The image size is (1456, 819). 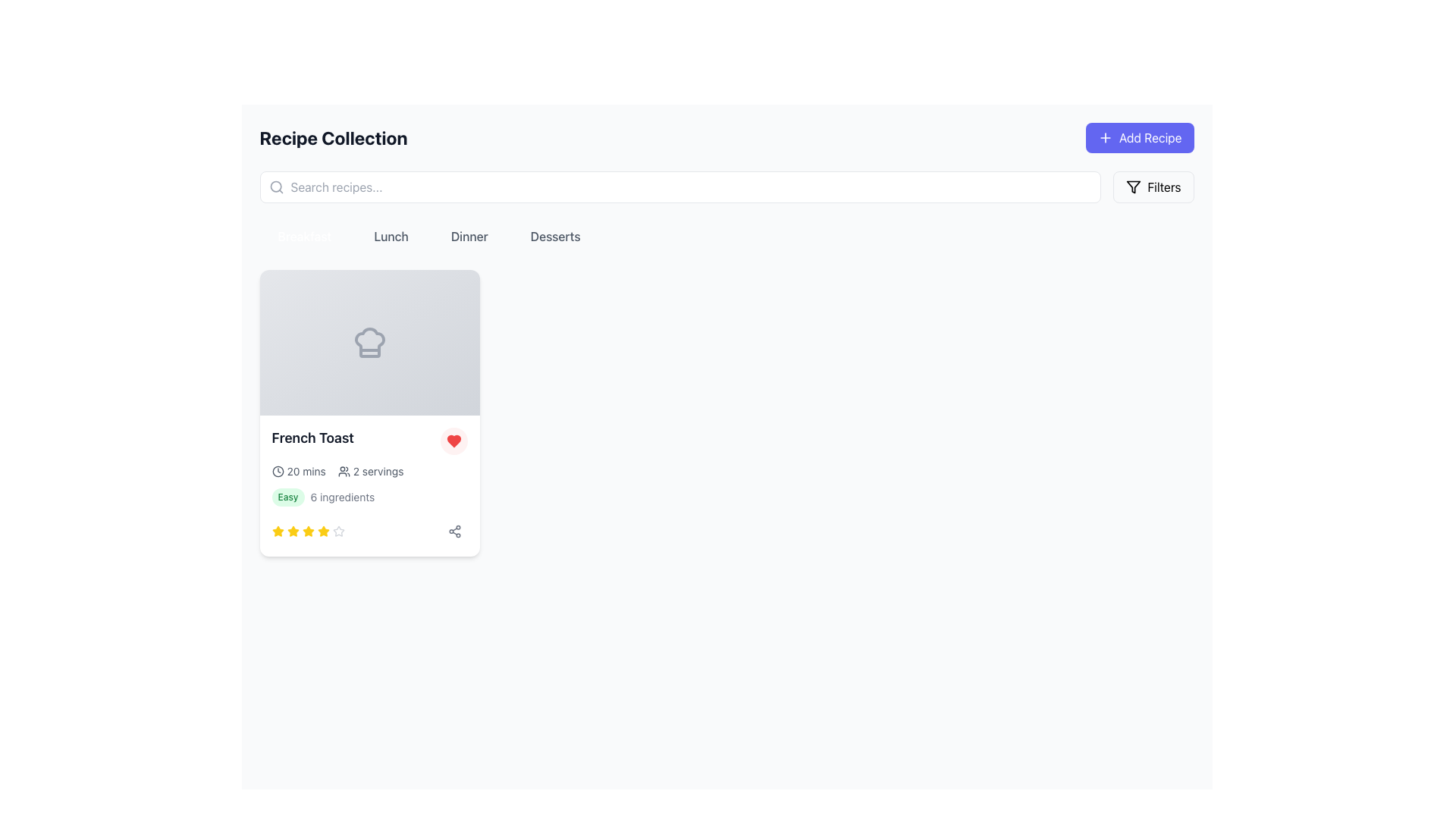 I want to click on the Text label (header) which serves as the page heading indicating the content related to recipes, positioned at the top-left of the interface, so click(x=333, y=137).